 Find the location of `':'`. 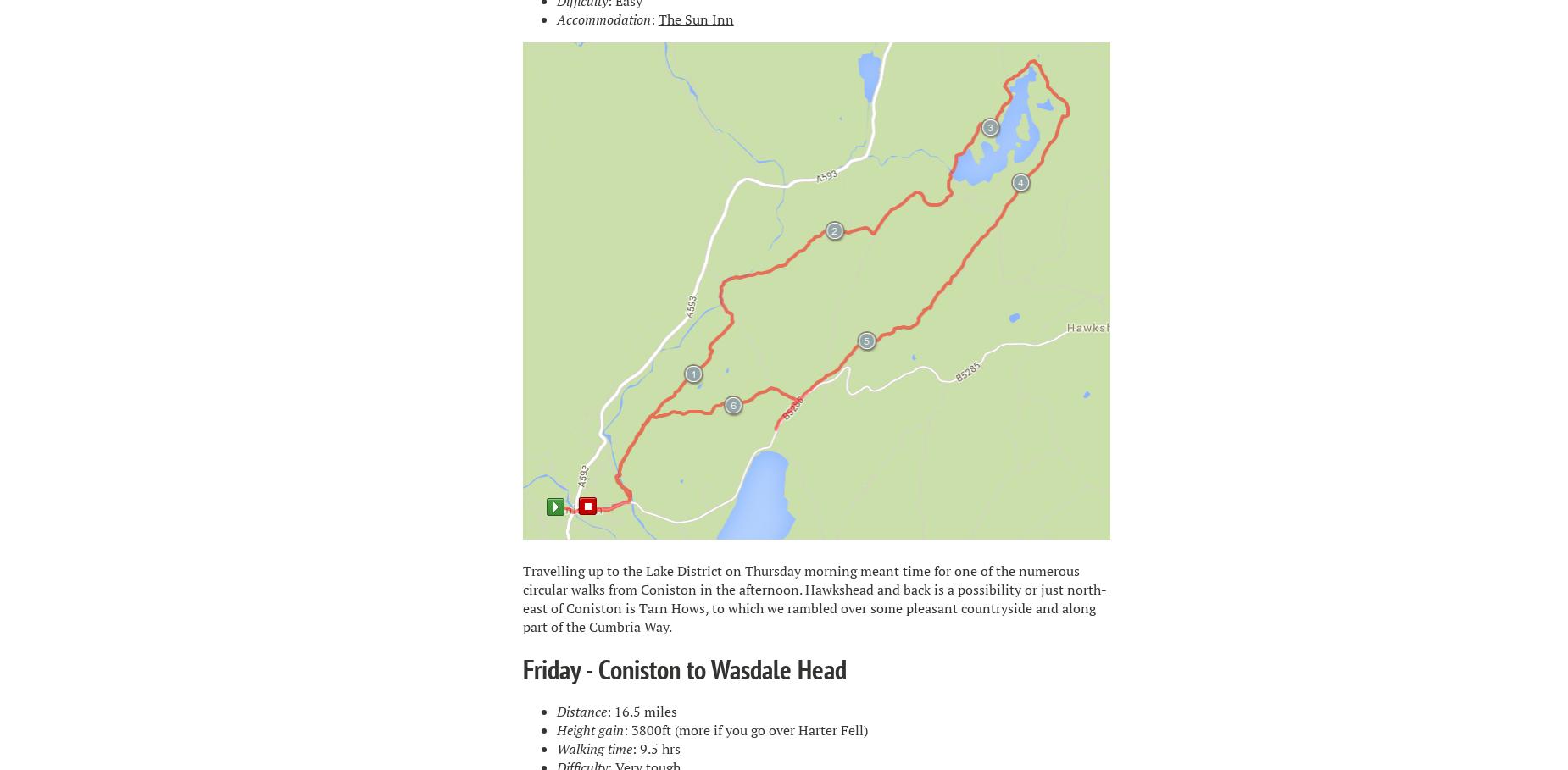

':' is located at coordinates (650, 18).